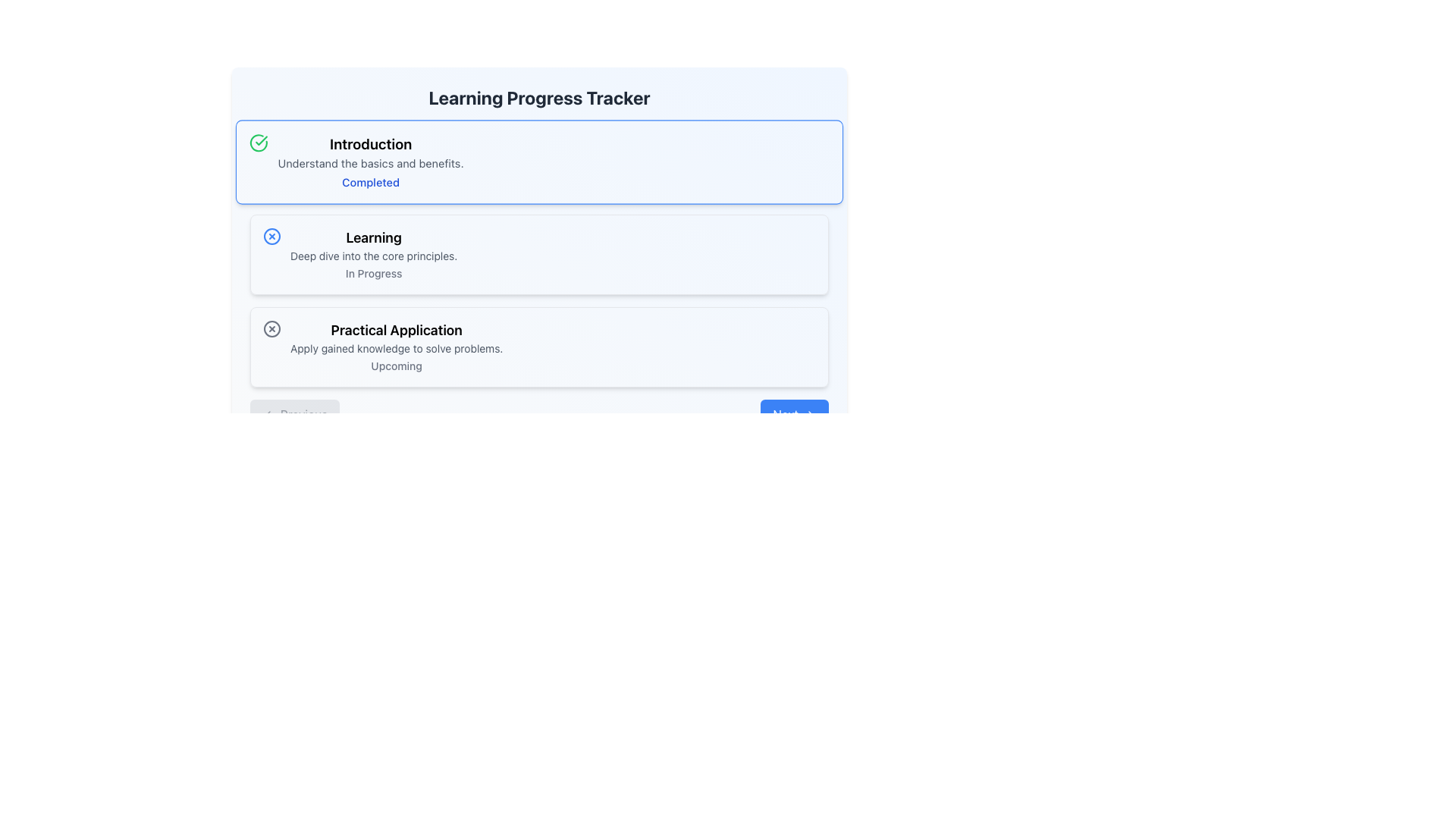 This screenshot has height=819, width=1456. Describe the element at coordinates (539, 347) in the screenshot. I see `the Interactive Card titled 'Practical Application', which is the third card in a list, featuring a bold title, a descriptive middle section, and a status at the bottom` at that location.